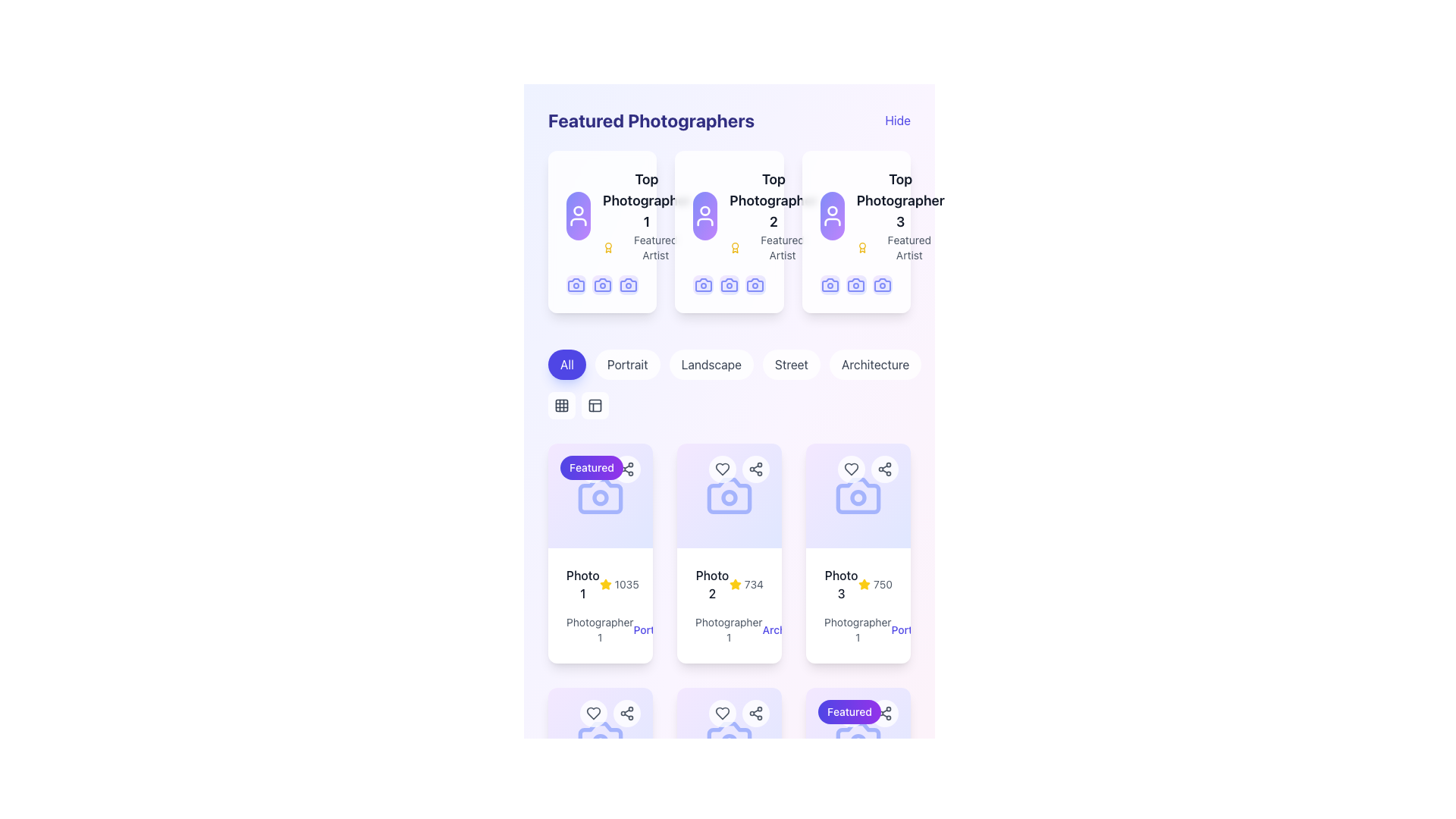 Image resolution: width=1456 pixels, height=819 pixels. What do you see at coordinates (722, 714) in the screenshot?
I see `the circular button with a gray heart icon located in the upper right corner of the card for 'Photo 2'` at bounding box center [722, 714].